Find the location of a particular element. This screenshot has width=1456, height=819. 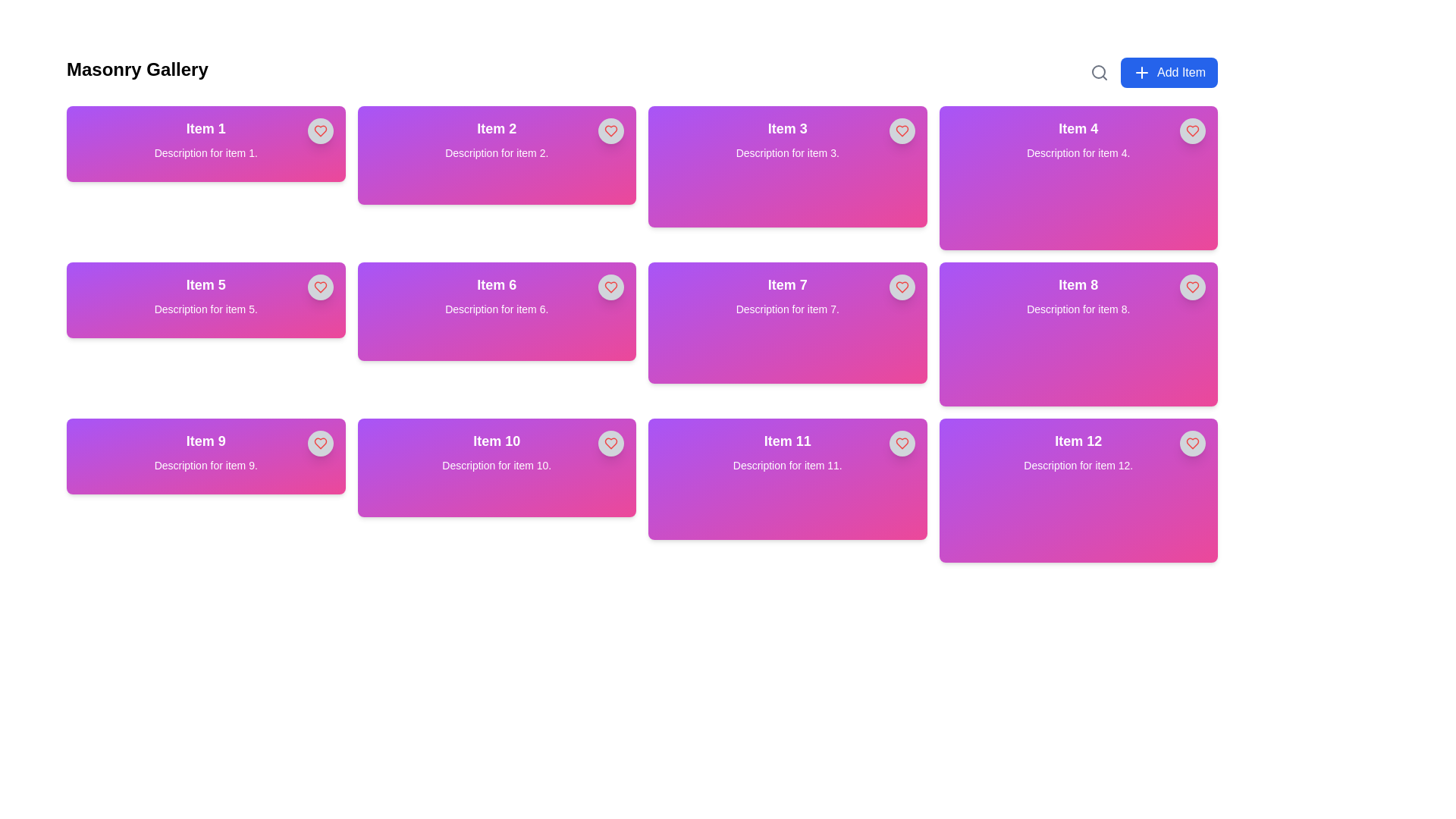

the 'favorite' or 'like' button in the top-right corner of the 'Item 10' box to mark it as liked or added to favorites is located at coordinates (611, 444).